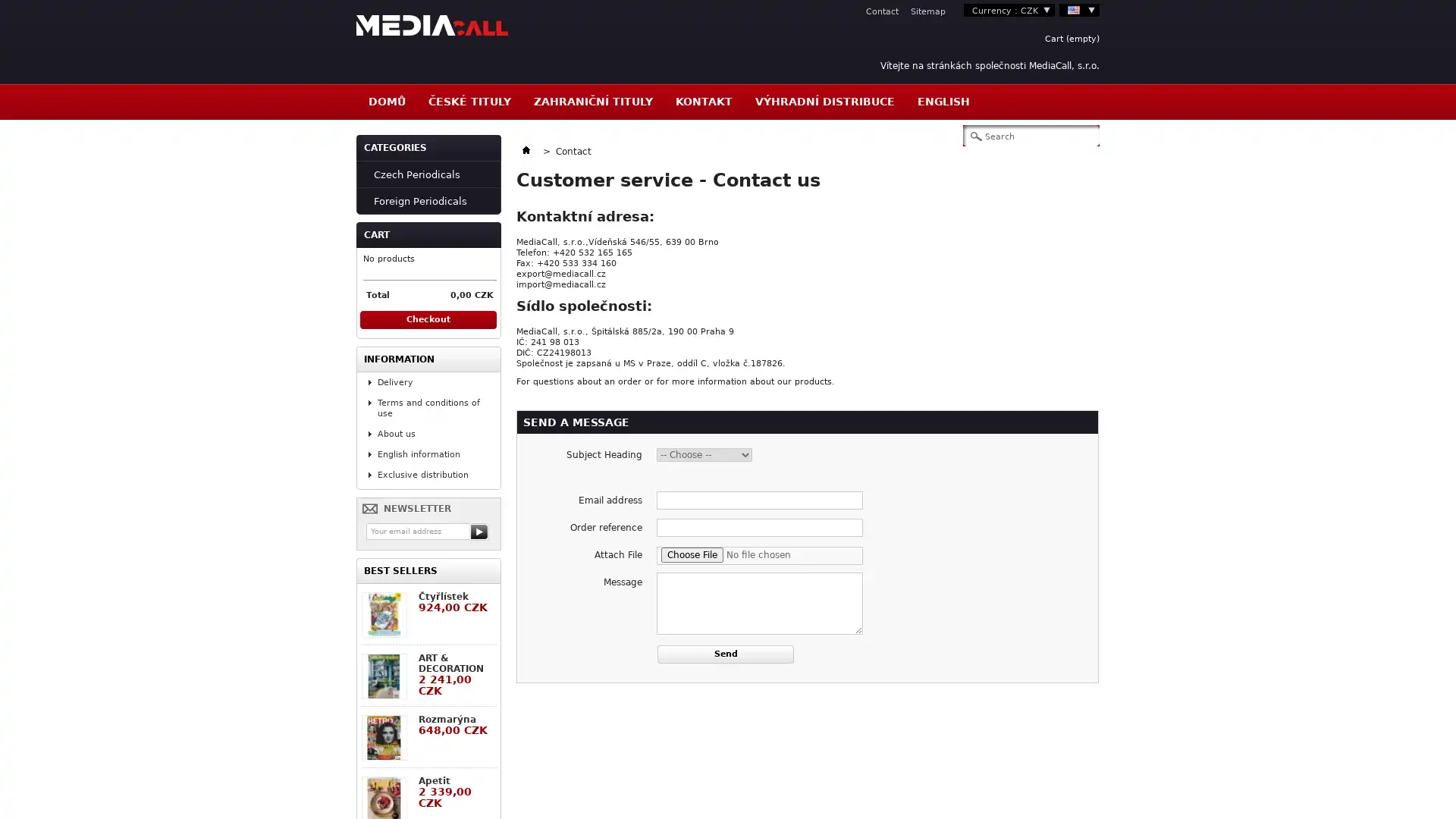 The height and width of the screenshot is (819, 1456). What do you see at coordinates (479, 531) in the screenshot?
I see `ok` at bounding box center [479, 531].